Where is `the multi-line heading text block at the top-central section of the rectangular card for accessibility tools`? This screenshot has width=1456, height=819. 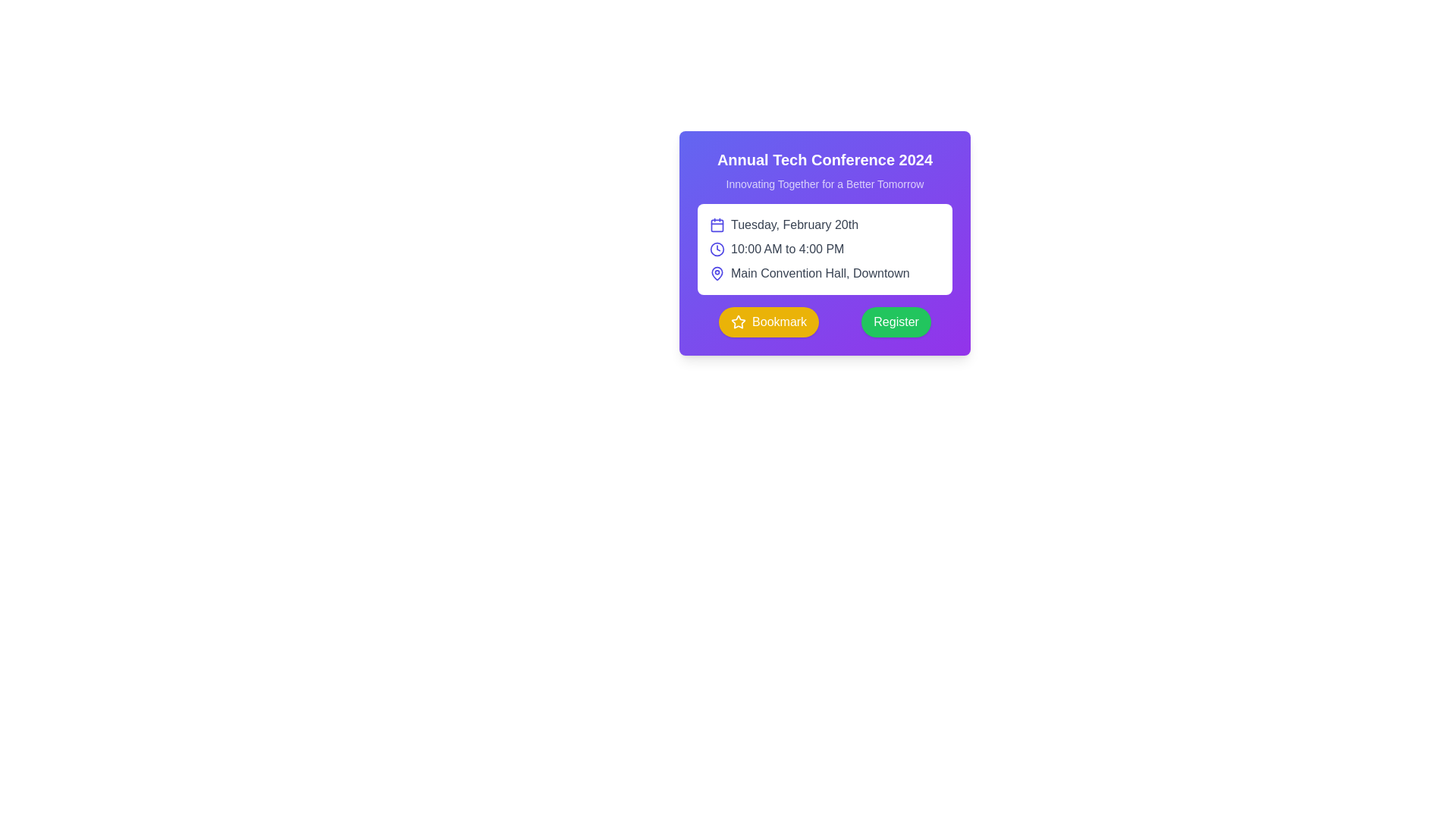
the multi-line heading text block at the top-central section of the rectangular card for accessibility tools is located at coordinates (824, 170).